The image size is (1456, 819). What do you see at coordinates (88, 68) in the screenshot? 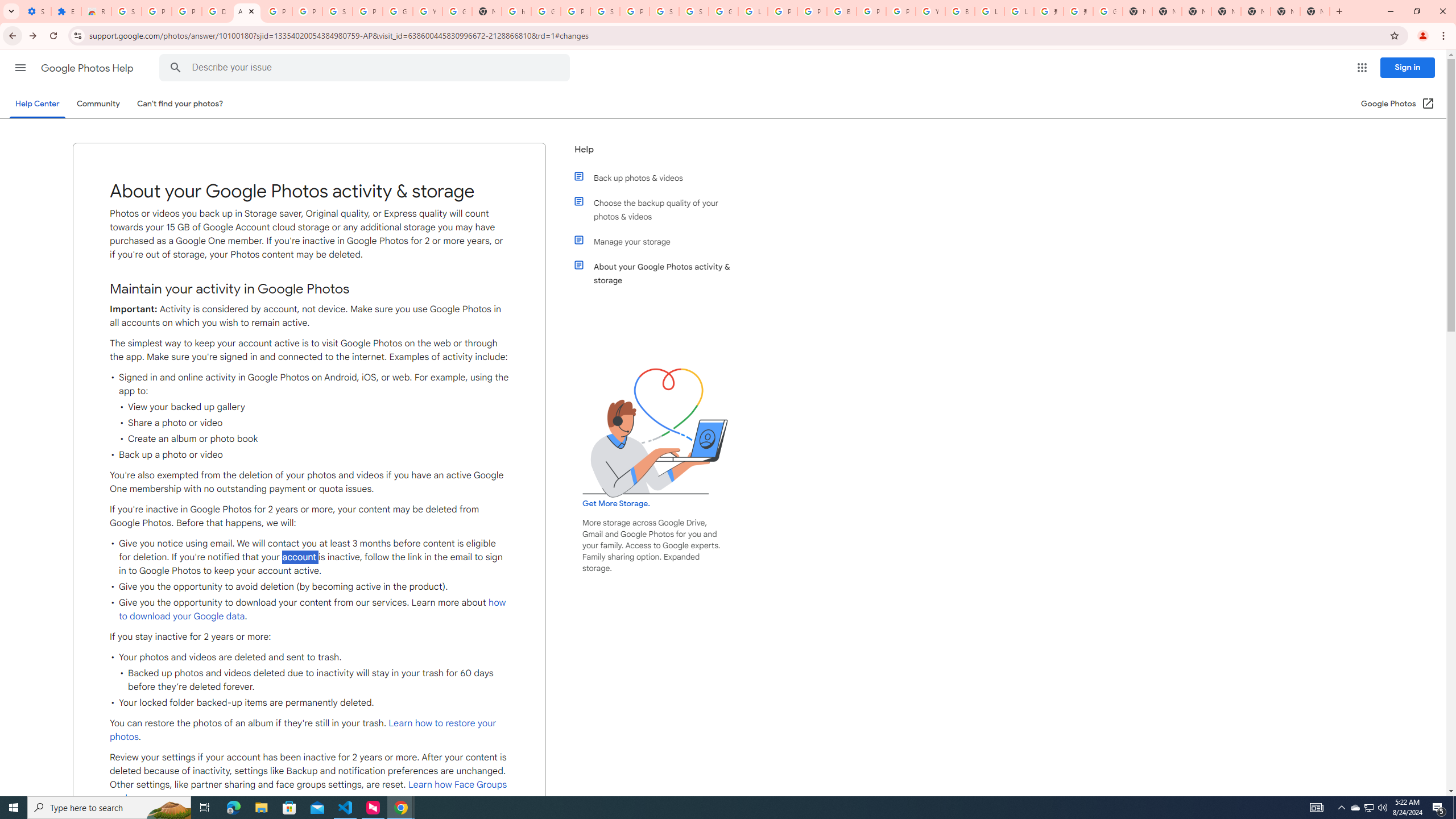
I see `'Google Photos Help'` at bounding box center [88, 68].